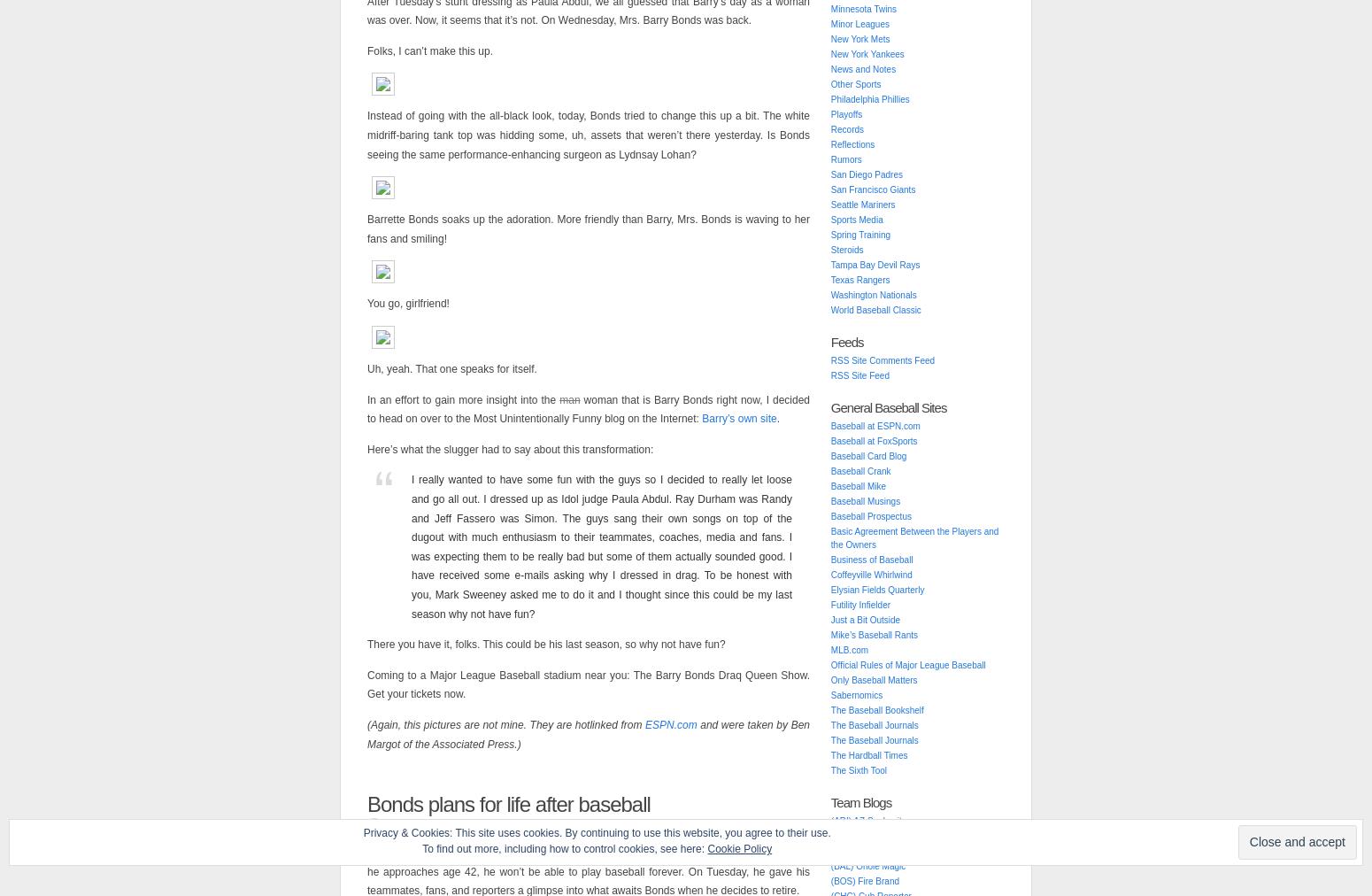  Describe the element at coordinates (874, 426) in the screenshot. I see `'Baseball at ESPN.com'` at that location.